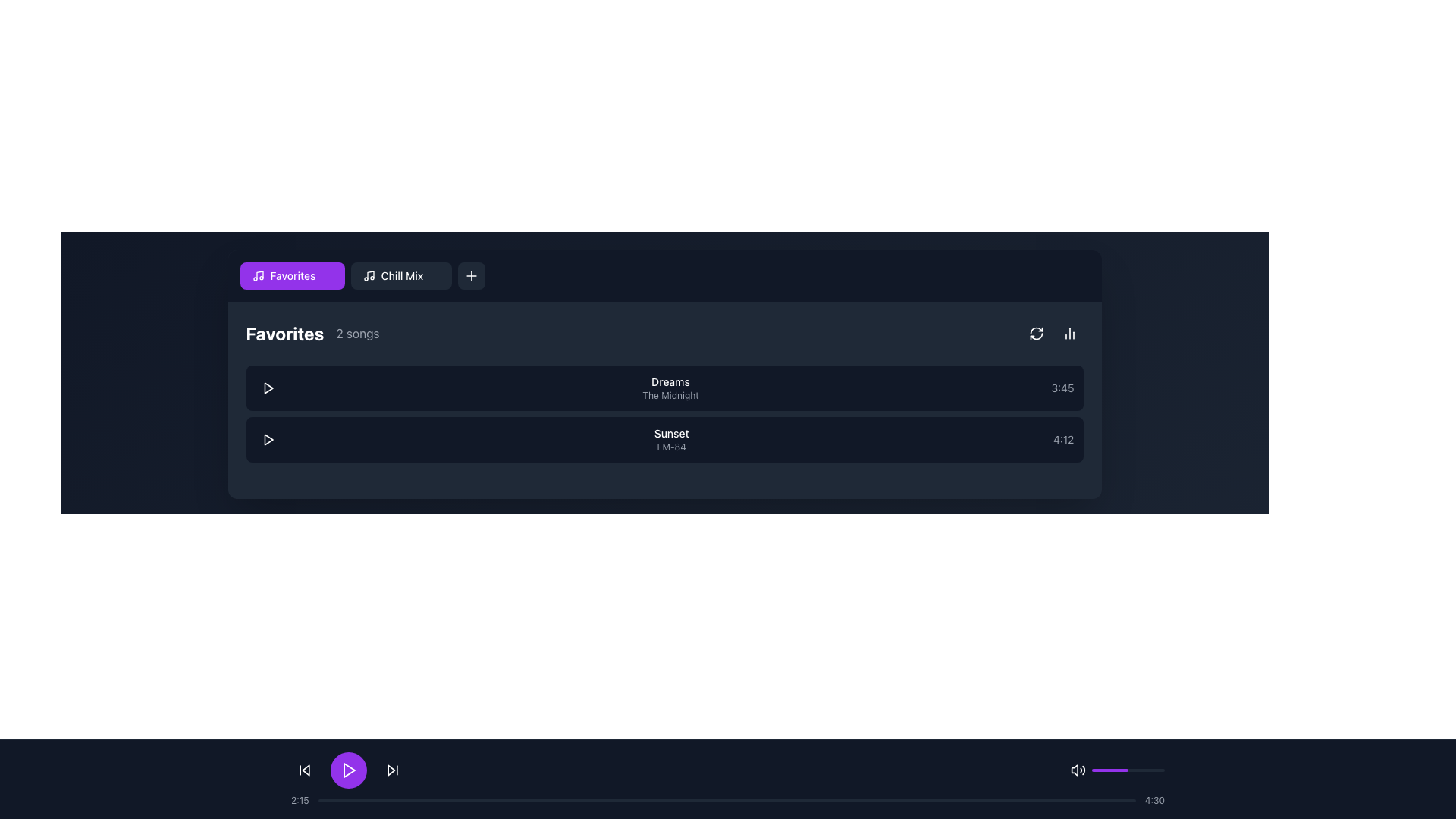 The width and height of the screenshot is (1456, 819). What do you see at coordinates (1068, 332) in the screenshot?
I see `the bar-chart icon button located in the top-right corner of the playlist display area` at bounding box center [1068, 332].